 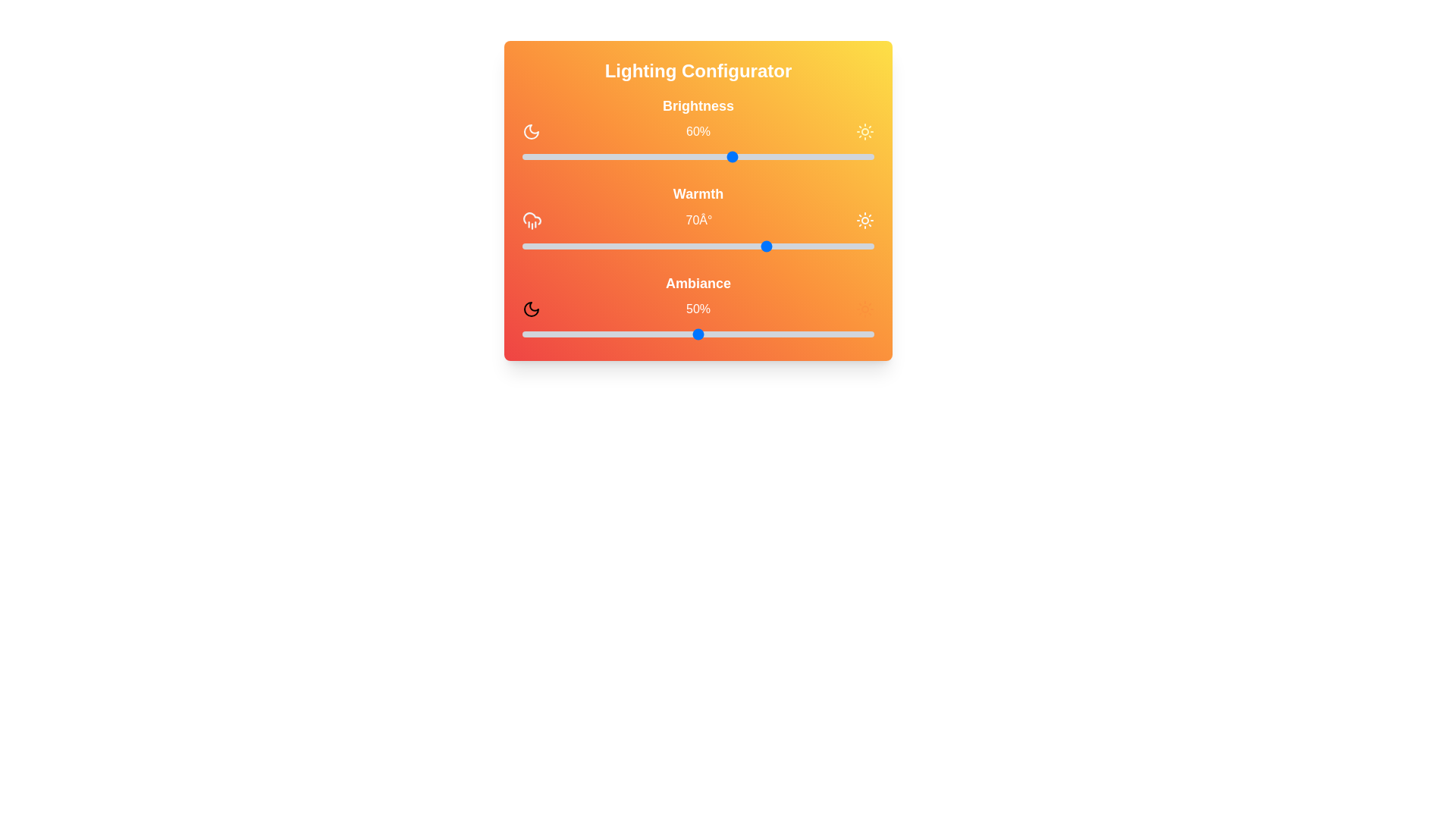 I want to click on the ambiance slider to 10%, so click(x=557, y=333).